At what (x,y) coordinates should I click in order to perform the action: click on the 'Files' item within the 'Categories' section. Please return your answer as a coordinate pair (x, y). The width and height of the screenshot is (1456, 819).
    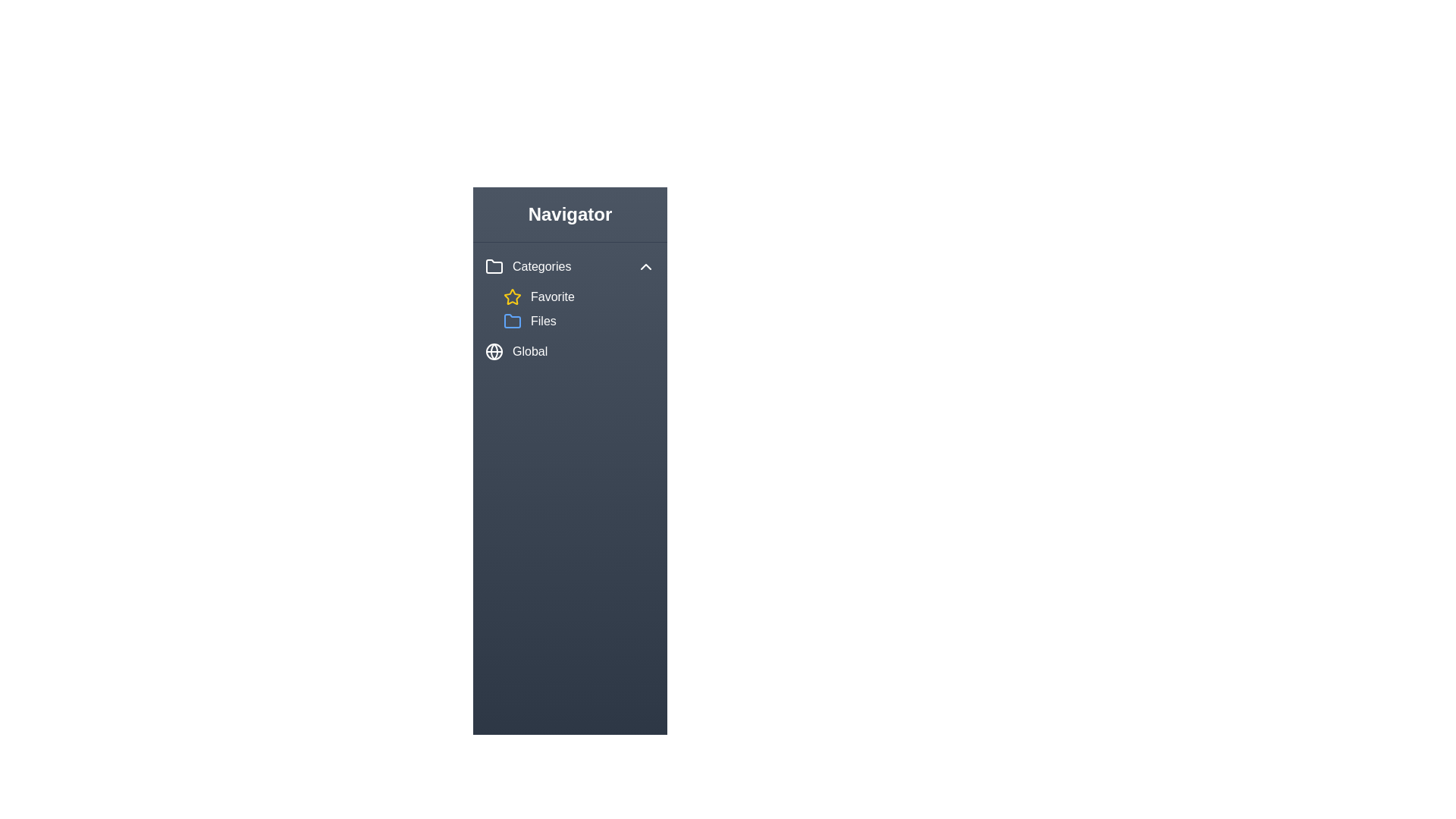
    Looking at the image, I should click on (578, 321).